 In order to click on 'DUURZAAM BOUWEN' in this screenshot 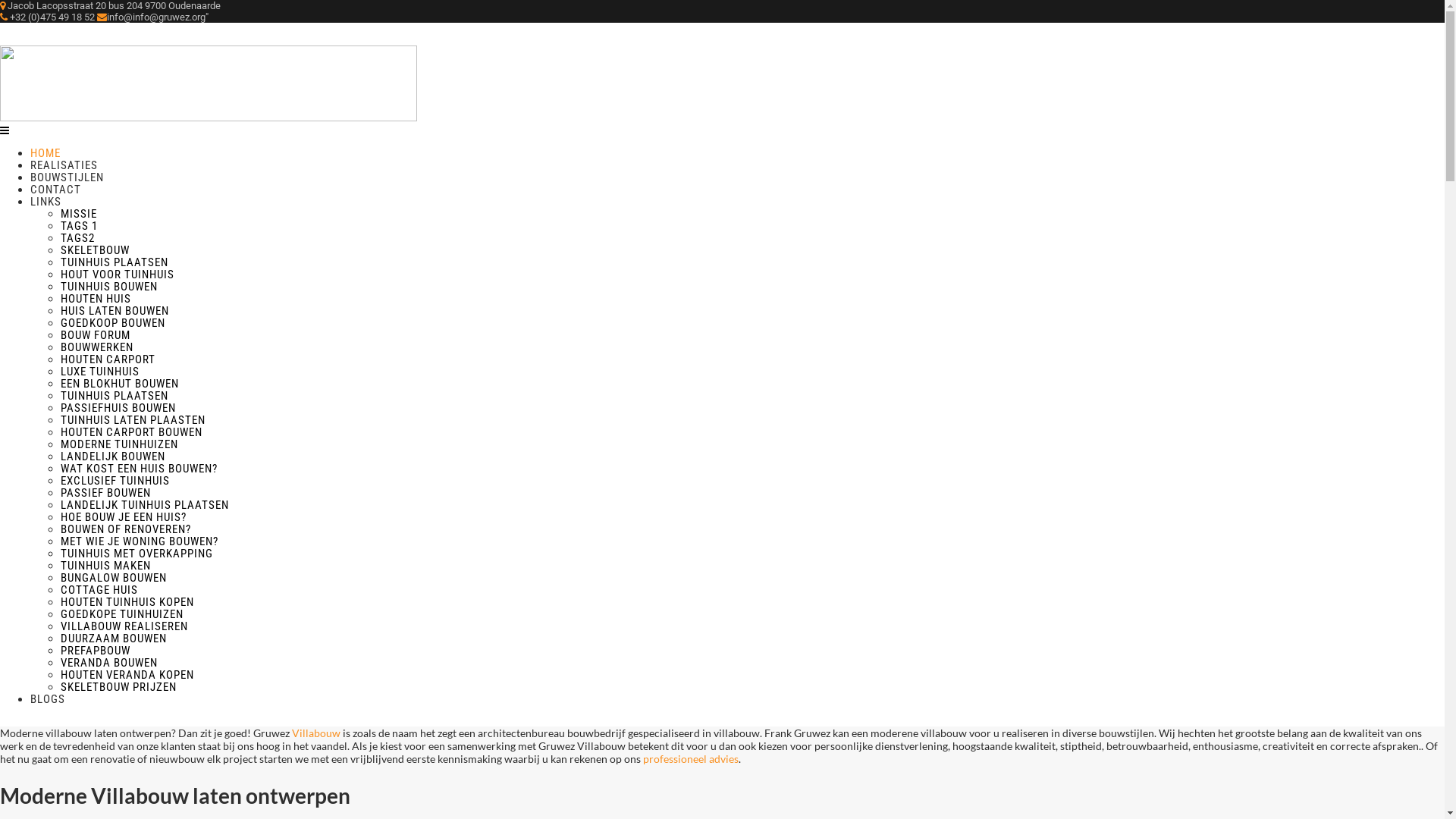, I will do `click(112, 638)`.